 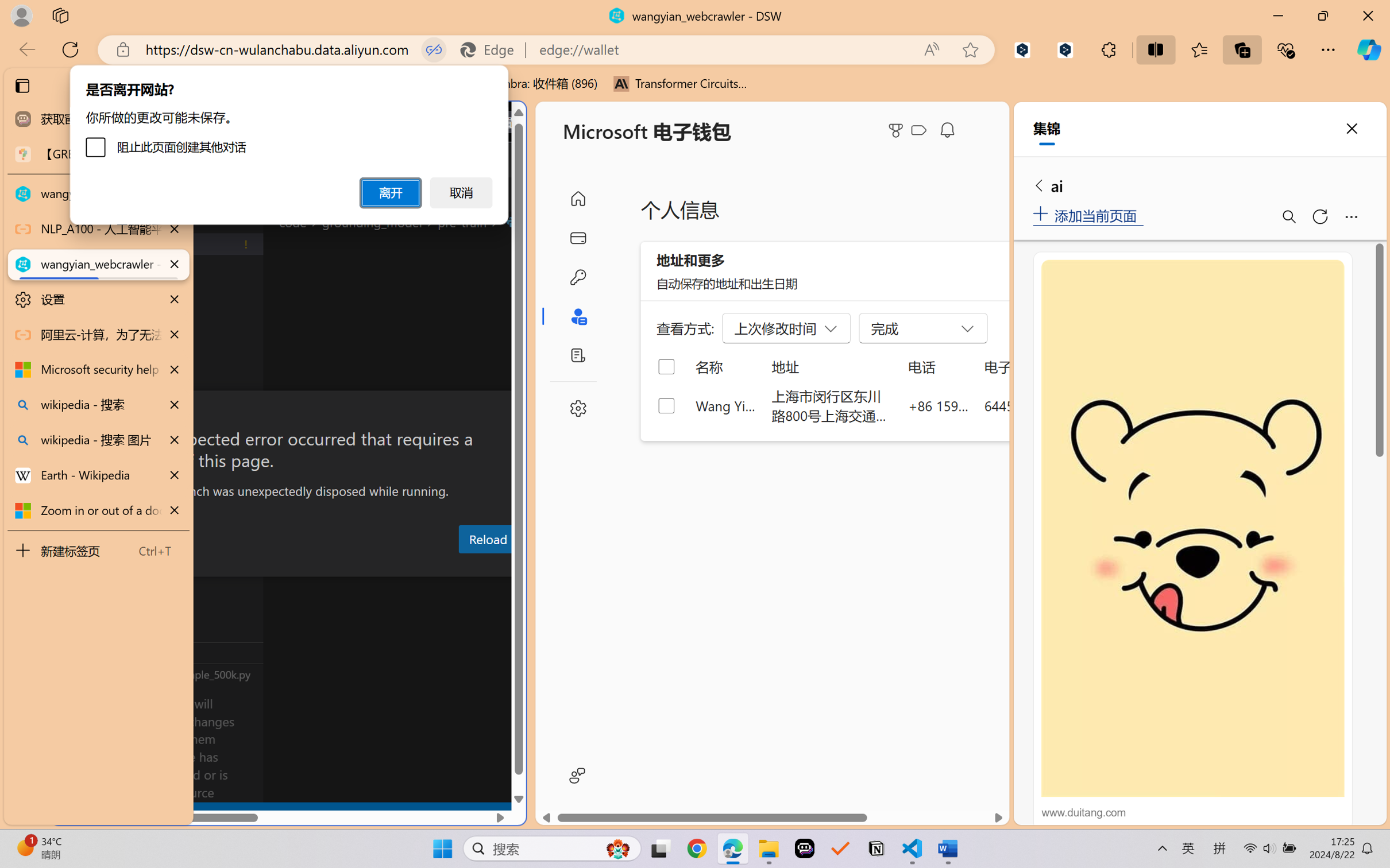 What do you see at coordinates (1044, 405) in the screenshot?
I see `'644553698@qq.com'` at bounding box center [1044, 405].